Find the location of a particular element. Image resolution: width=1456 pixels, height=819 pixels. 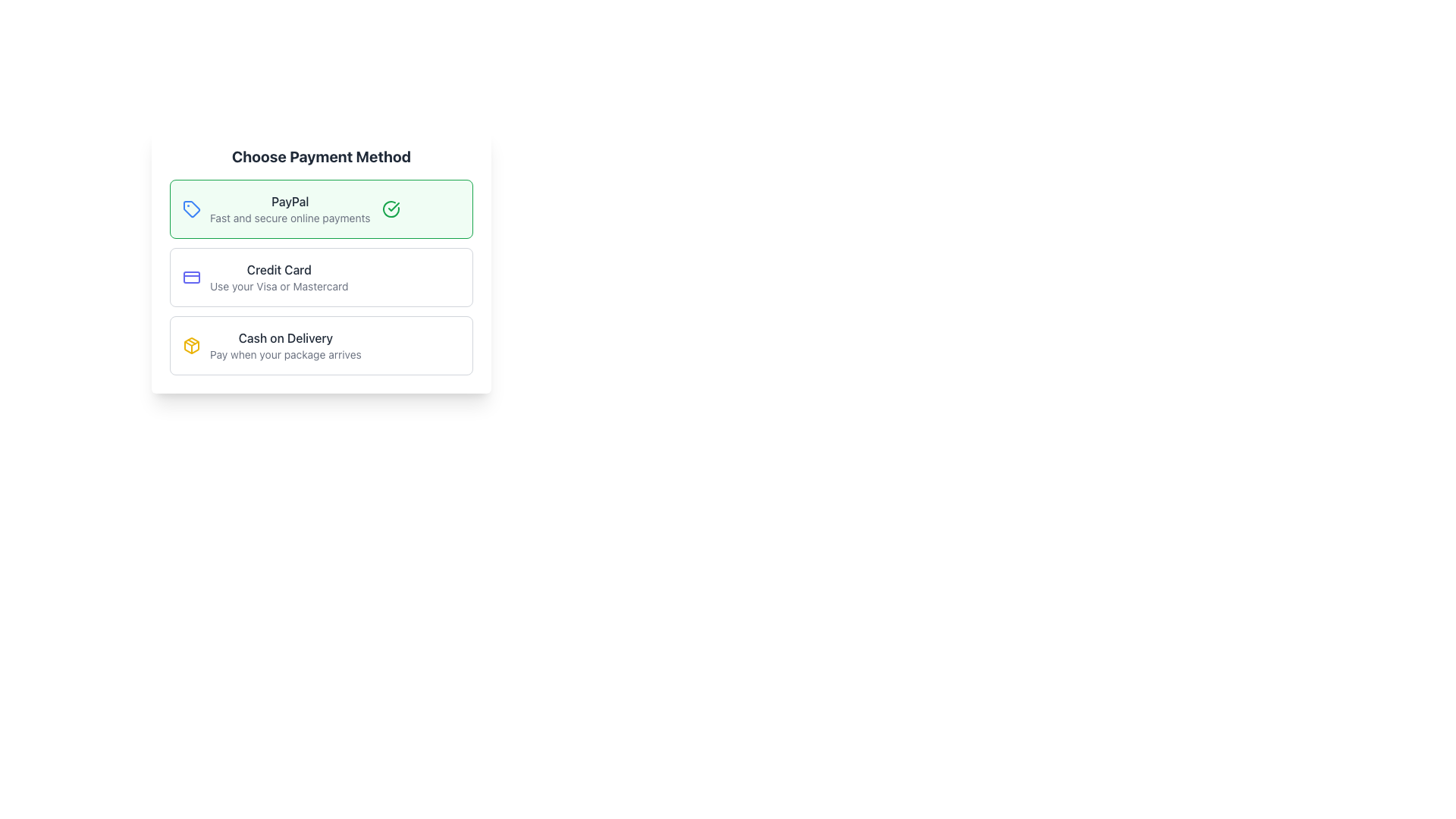

the first selection option for PayPal under the 'Choose Payment Method' heading to choose PayPal as the payment method is located at coordinates (320, 209).